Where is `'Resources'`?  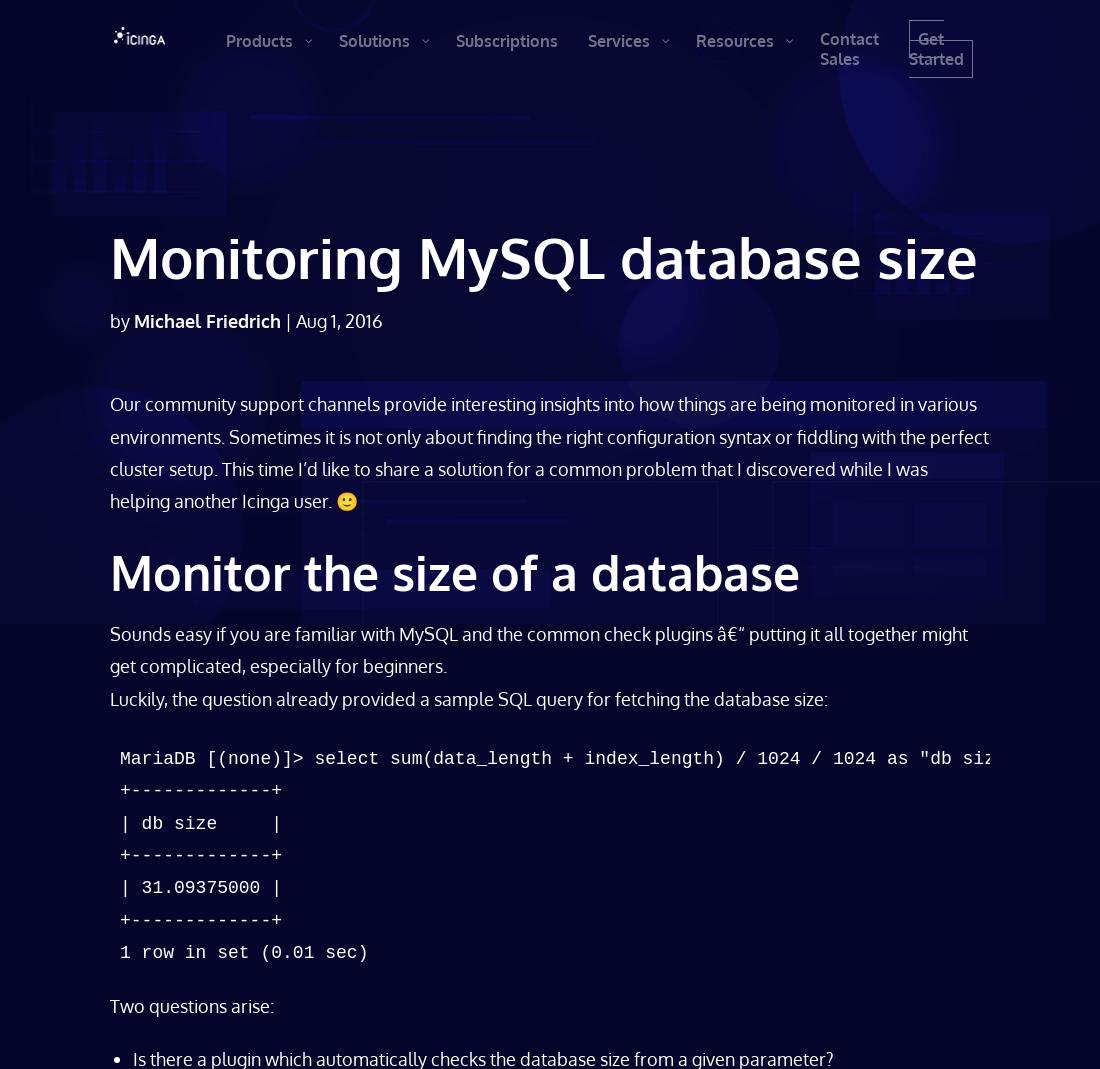
'Resources' is located at coordinates (747, 38).